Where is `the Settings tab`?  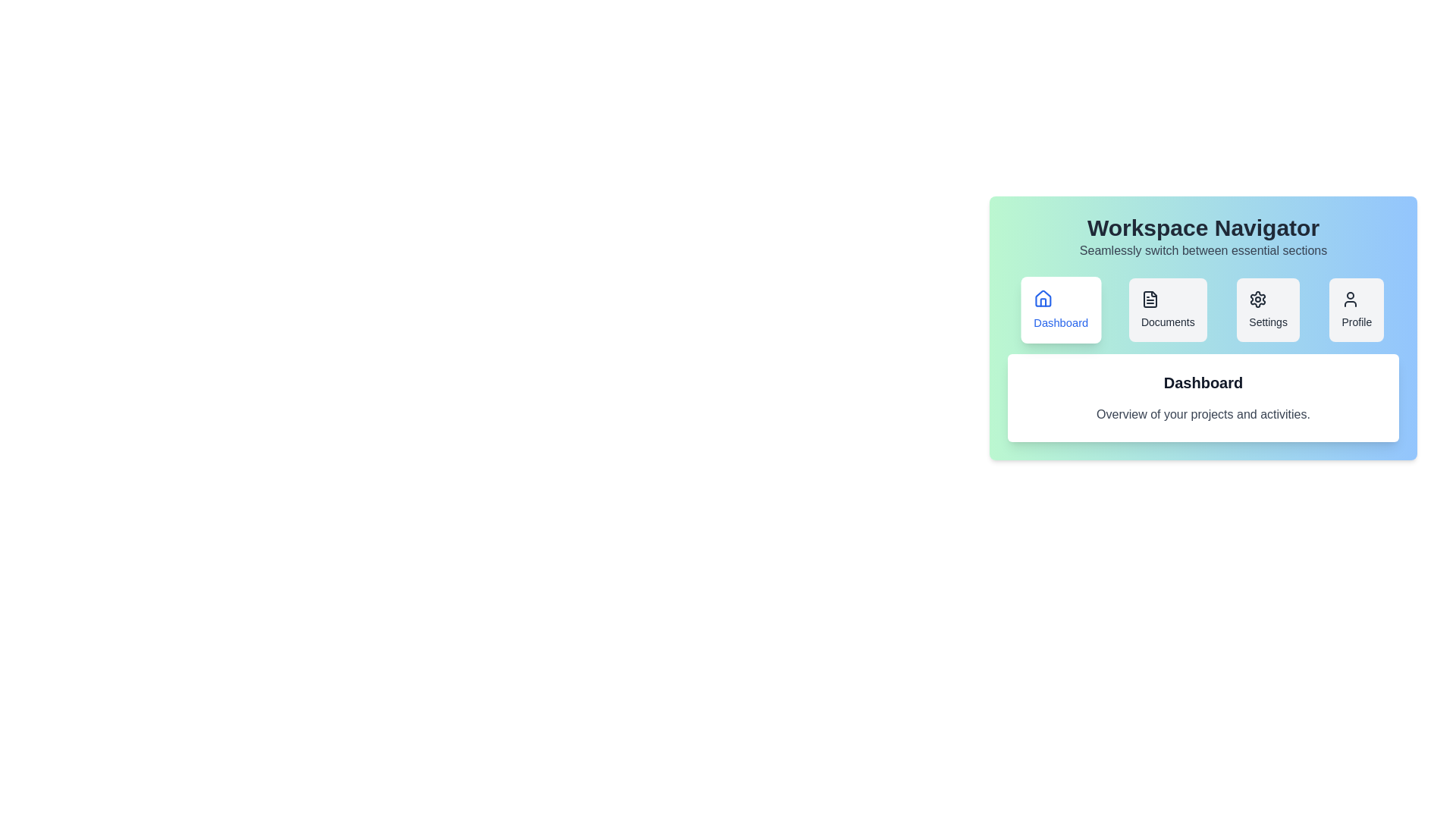
the Settings tab is located at coordinates (1268, 309).